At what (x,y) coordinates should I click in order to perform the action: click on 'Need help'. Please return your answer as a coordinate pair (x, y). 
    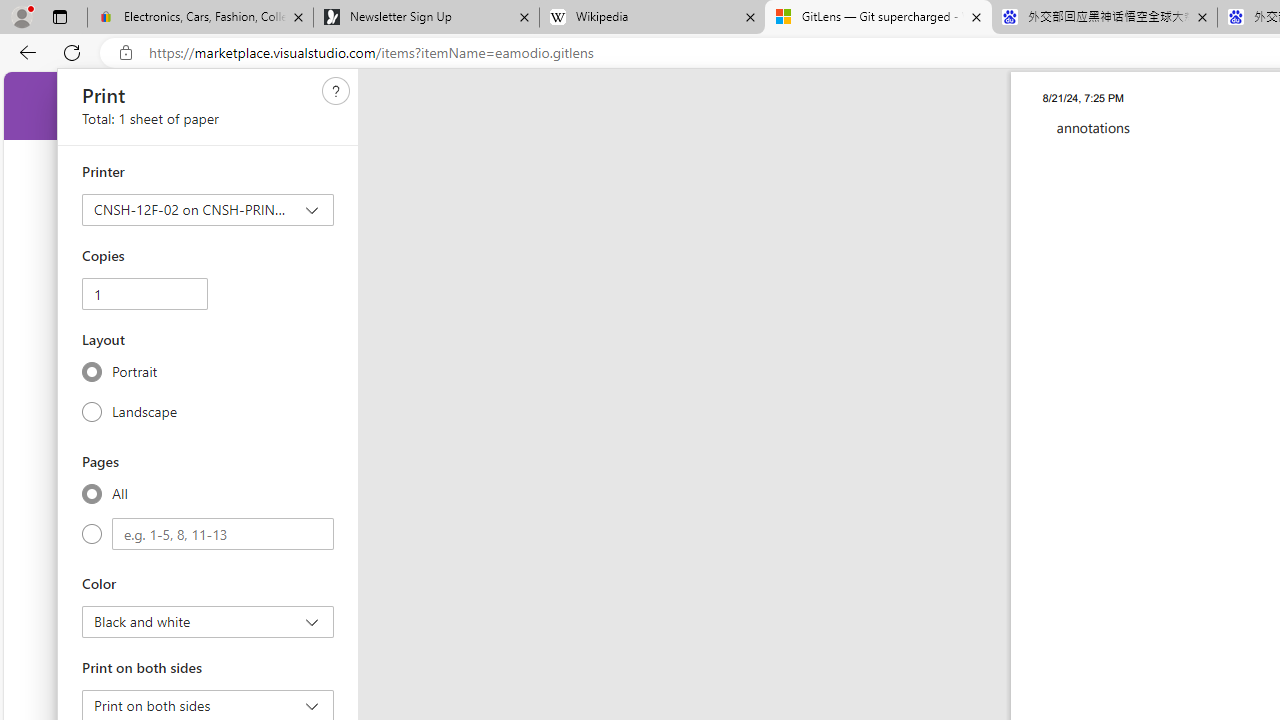
    Looking at the image, I should click on (336, 91).